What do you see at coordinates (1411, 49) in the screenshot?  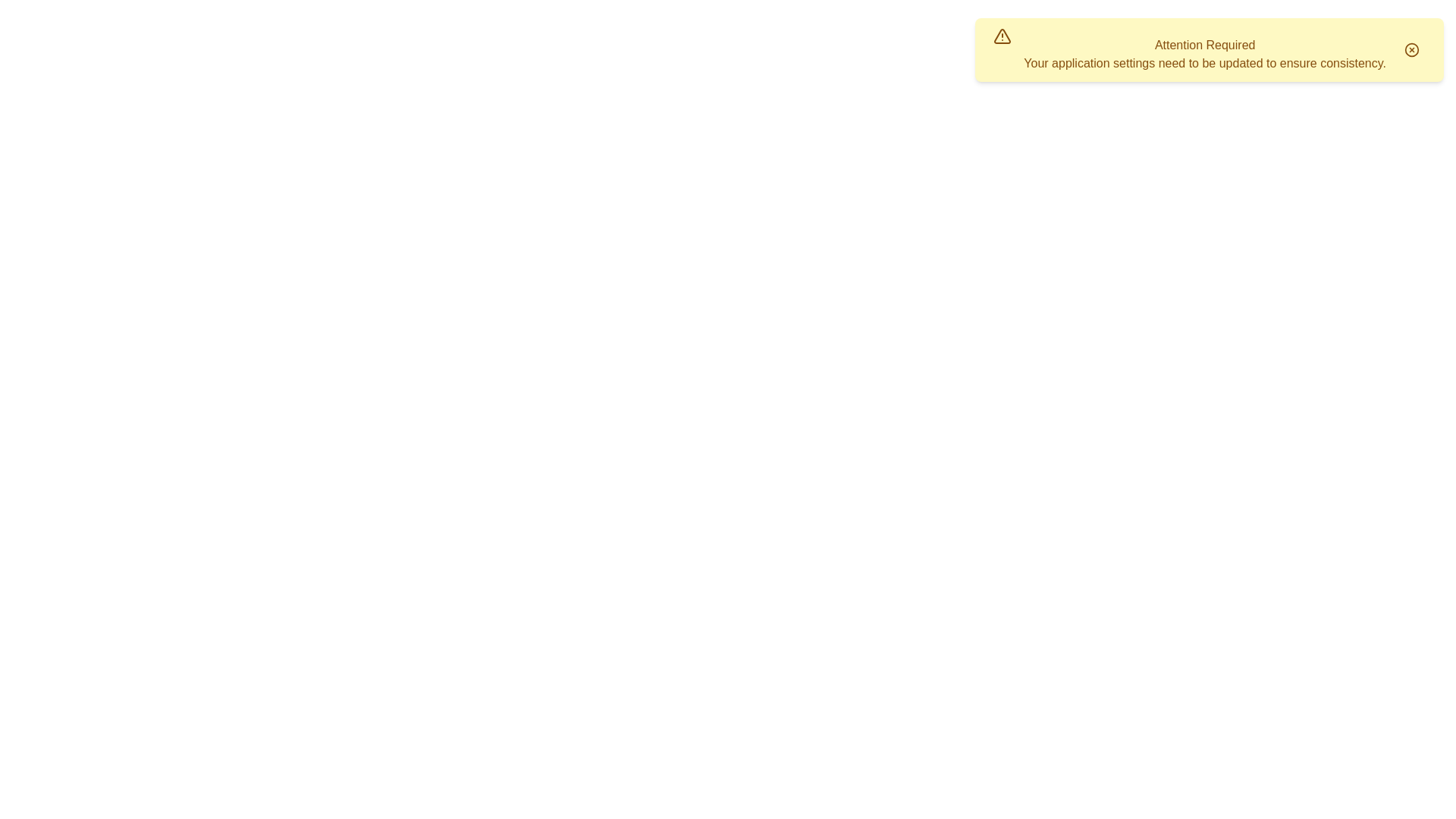 I see `the circular yellow button with an 'X' icon` at bounding box center [1411, 49].